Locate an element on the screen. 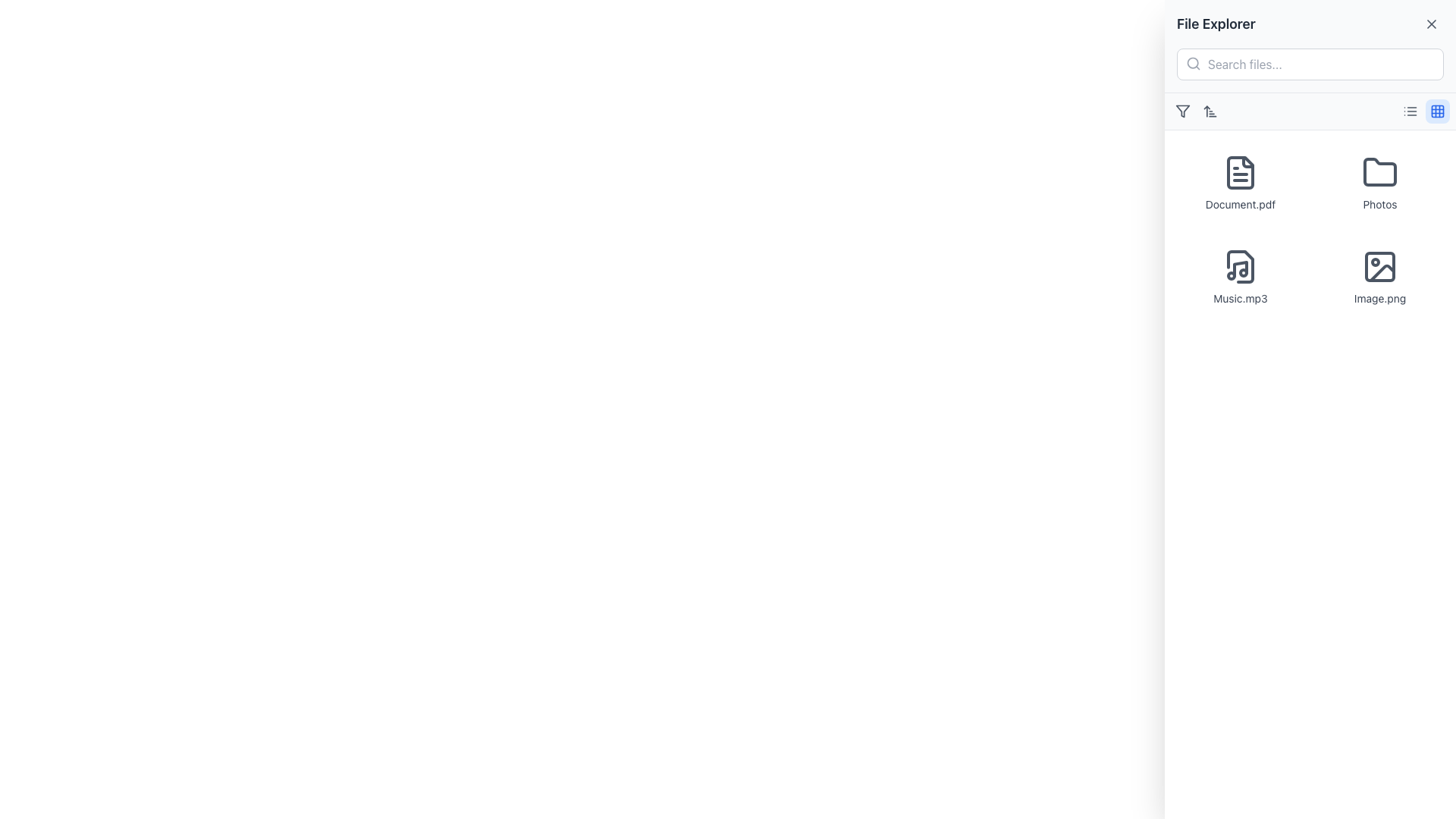 Image resolution: width=1456 pixels, height=819 pixels. the close button located at the top-right corner of the 'File Explorer' header section is located at coordinates (1430, 24).